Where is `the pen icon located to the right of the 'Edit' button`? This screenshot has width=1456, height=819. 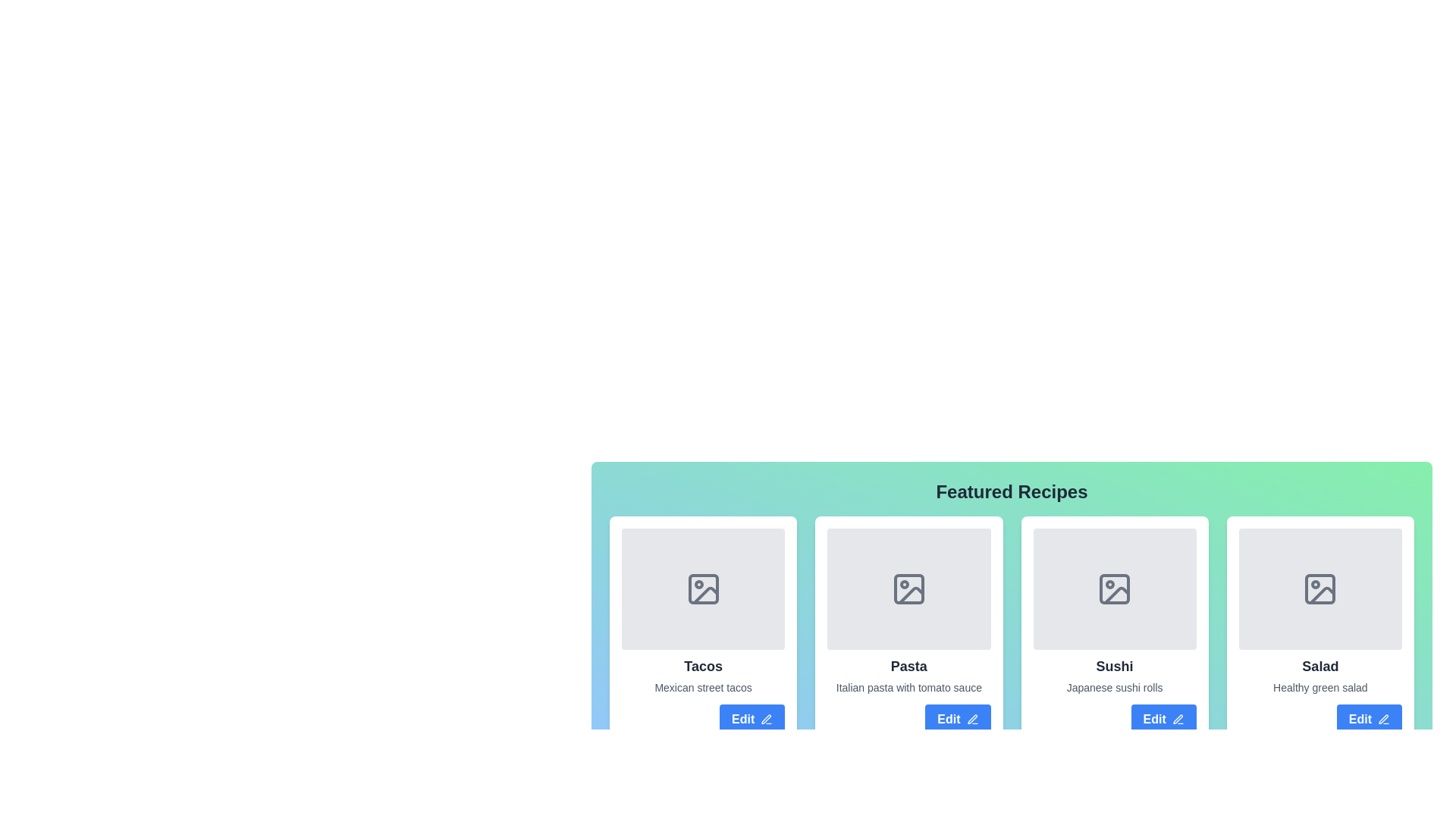
the pen icon located to the right of the 'Edit' button is located at coordinates (1177, 718).